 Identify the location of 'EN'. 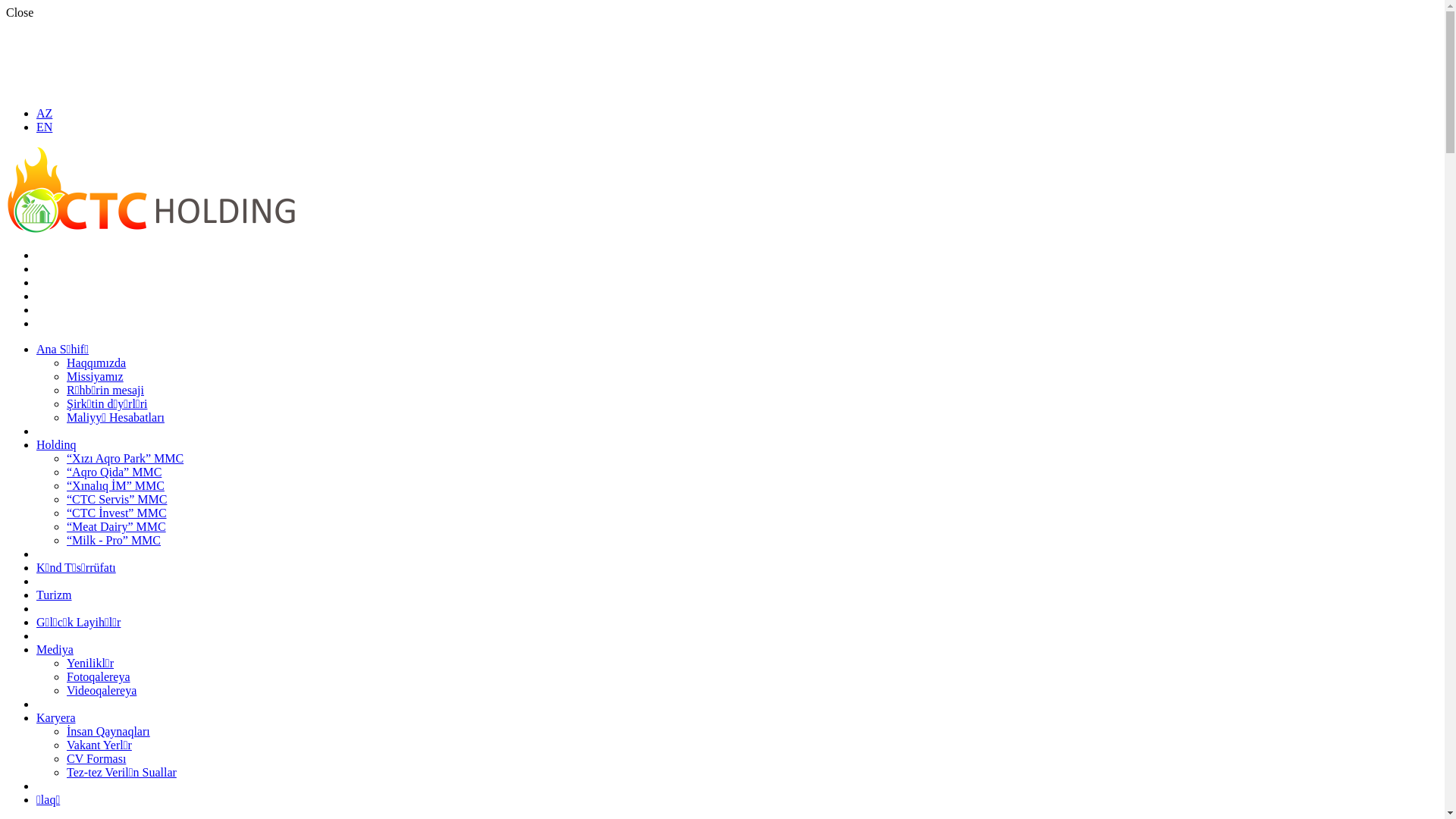
(44, 126).